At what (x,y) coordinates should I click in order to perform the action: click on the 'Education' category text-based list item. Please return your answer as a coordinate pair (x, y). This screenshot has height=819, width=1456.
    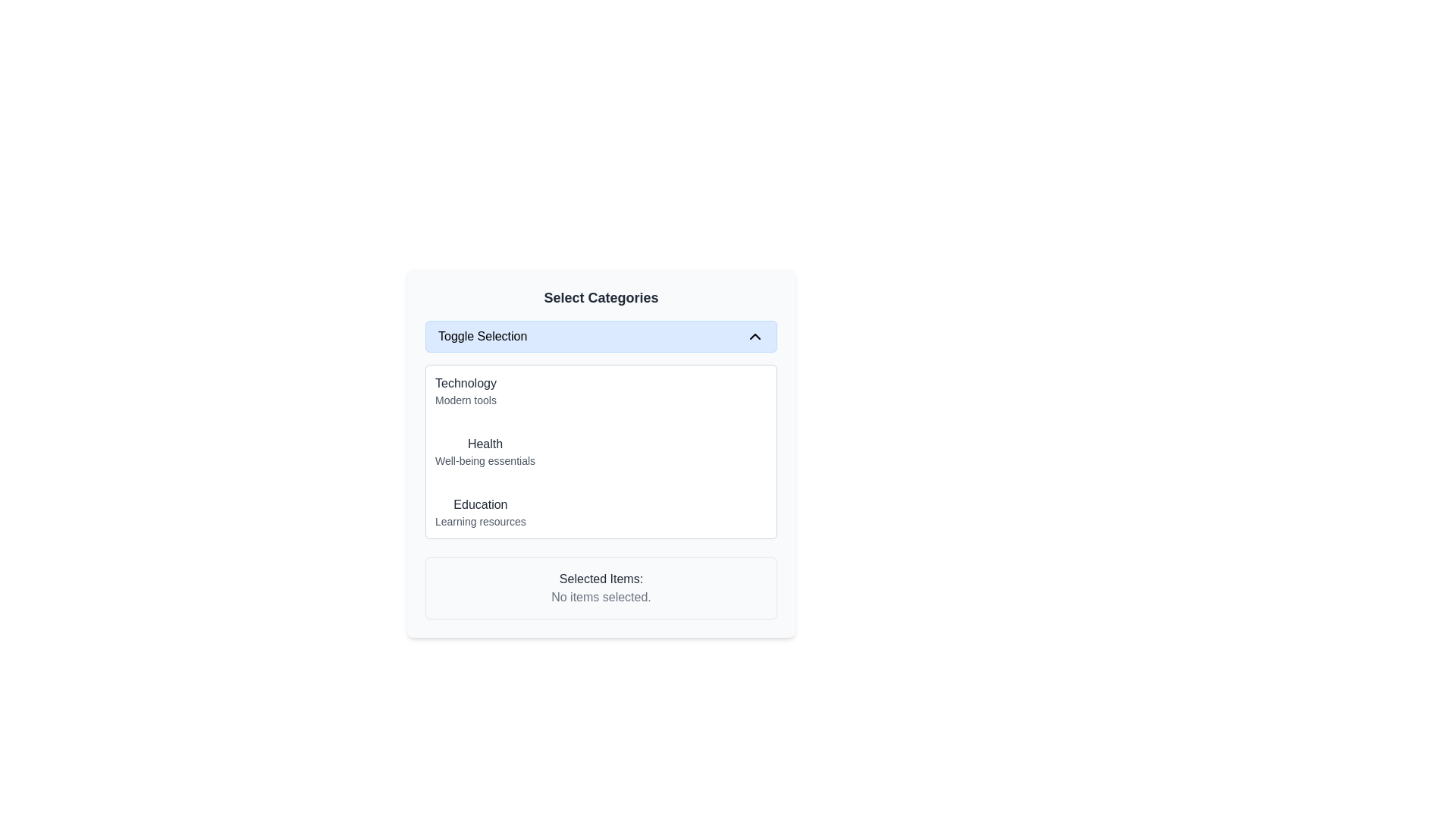
    Looking at the image, I should click on (479, 512).